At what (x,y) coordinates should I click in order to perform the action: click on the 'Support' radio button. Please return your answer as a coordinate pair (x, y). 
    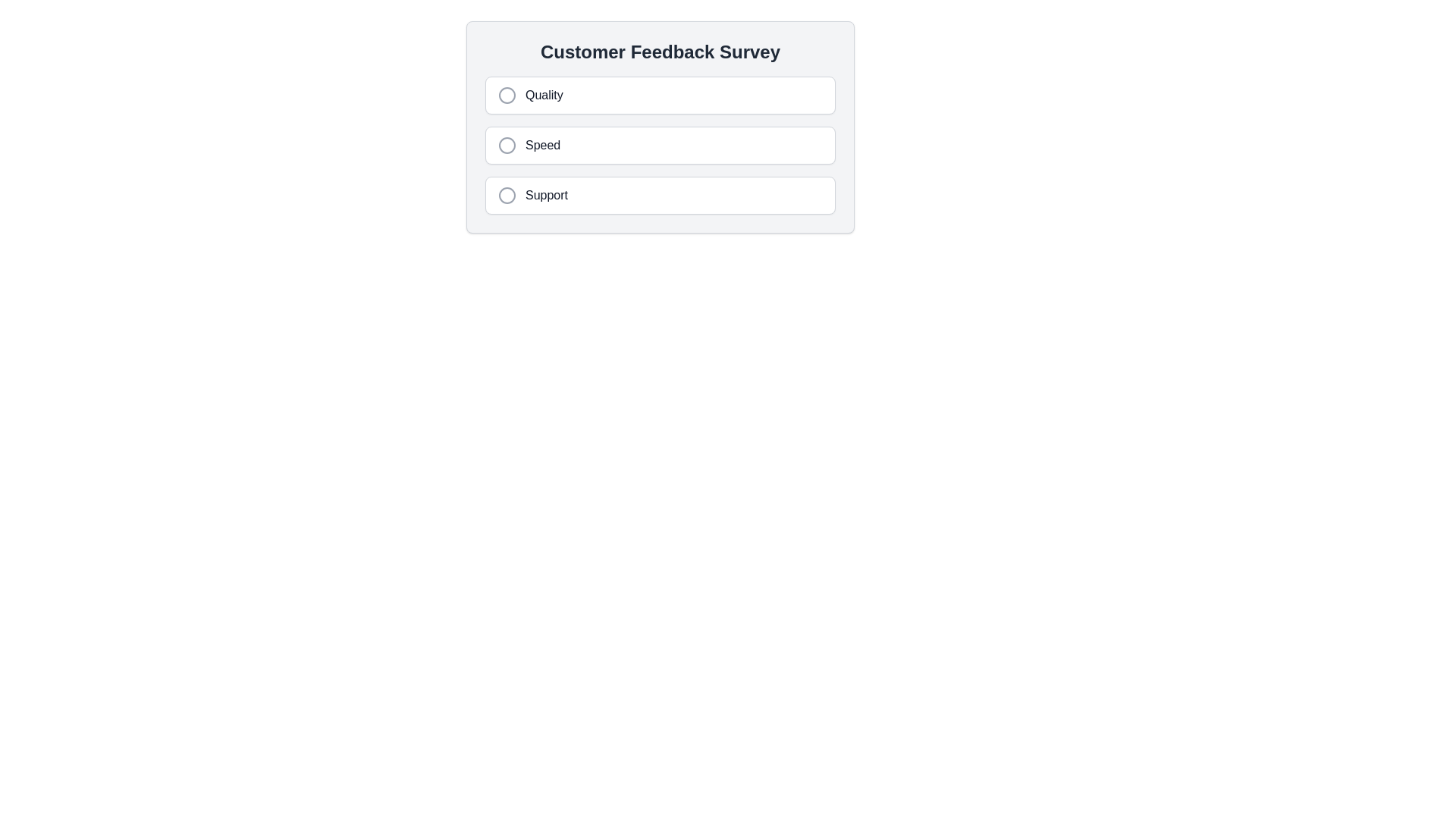
    Looking at the image, I should click on (660, 195).